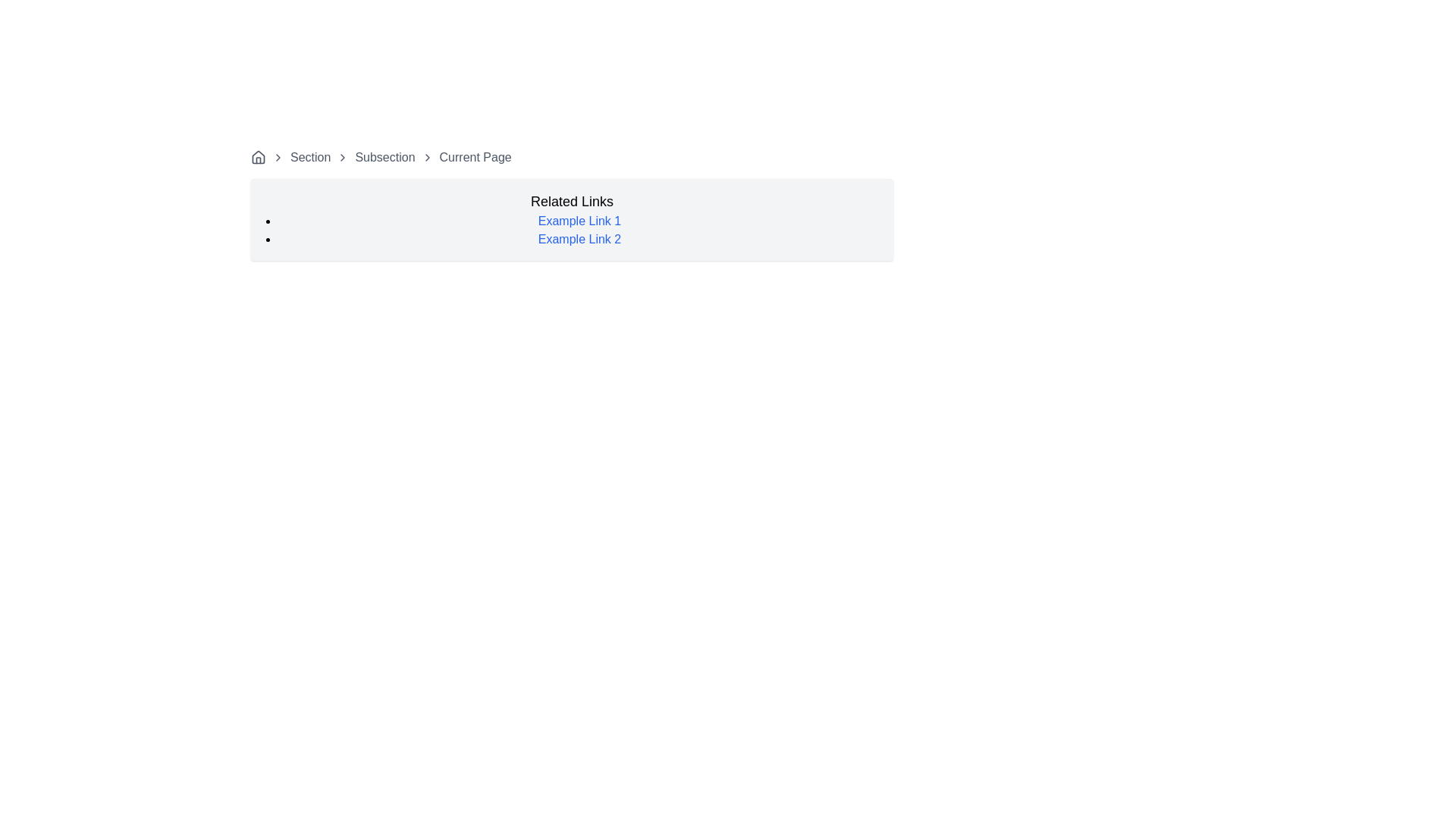 The width and height of the screenshot is (1456, 819). What do you see at coordinates (571, 201) in the screenshot?
I see `the heading text block that indicates related links, located at the top-center of the layout within a rounded box` at bounding box center [571, 201].